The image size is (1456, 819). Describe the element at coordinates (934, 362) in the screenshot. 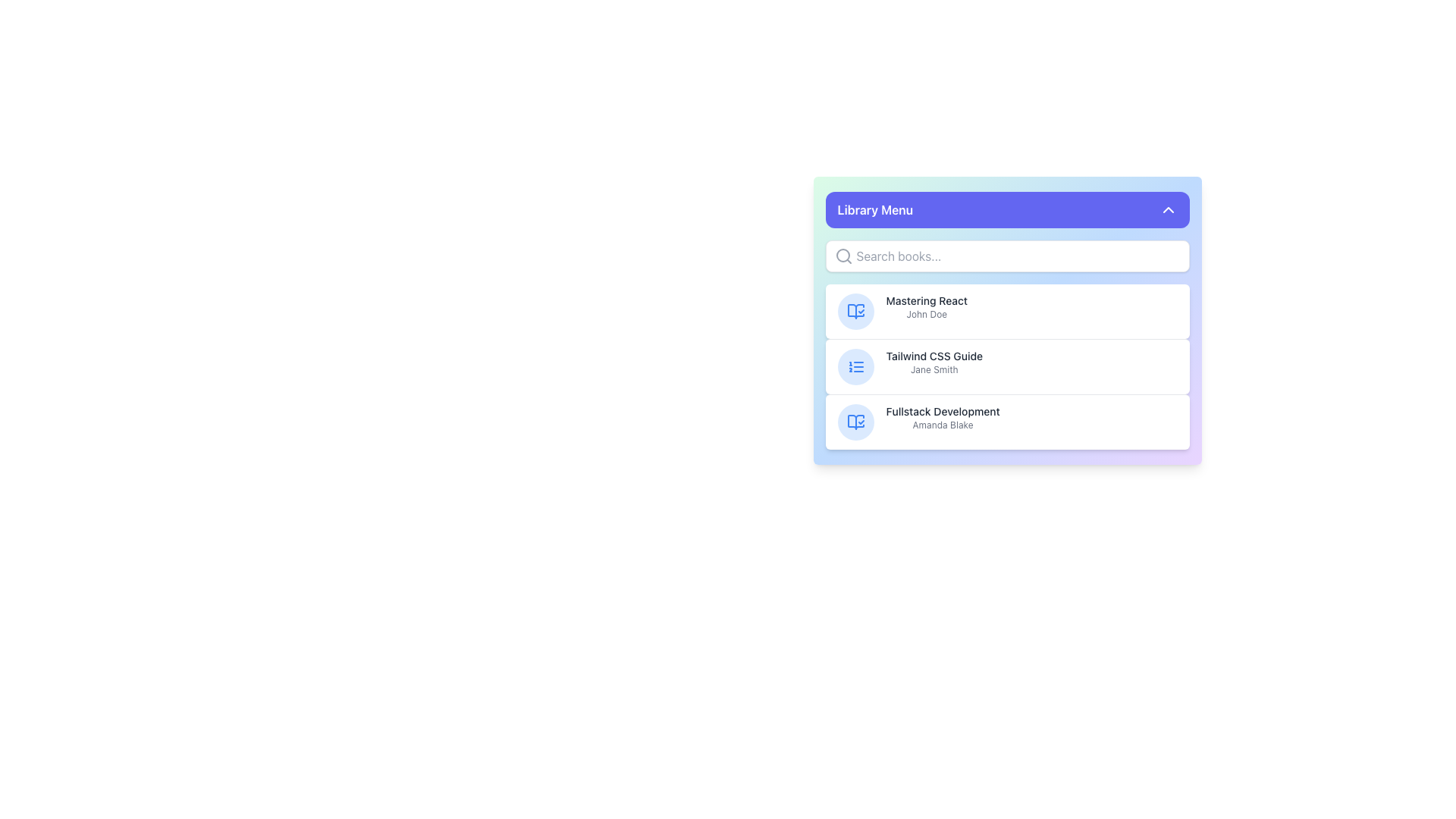

I see `the text block displaying 'Tailwind CSS Guide' by 'Jane Smith'` at that location.